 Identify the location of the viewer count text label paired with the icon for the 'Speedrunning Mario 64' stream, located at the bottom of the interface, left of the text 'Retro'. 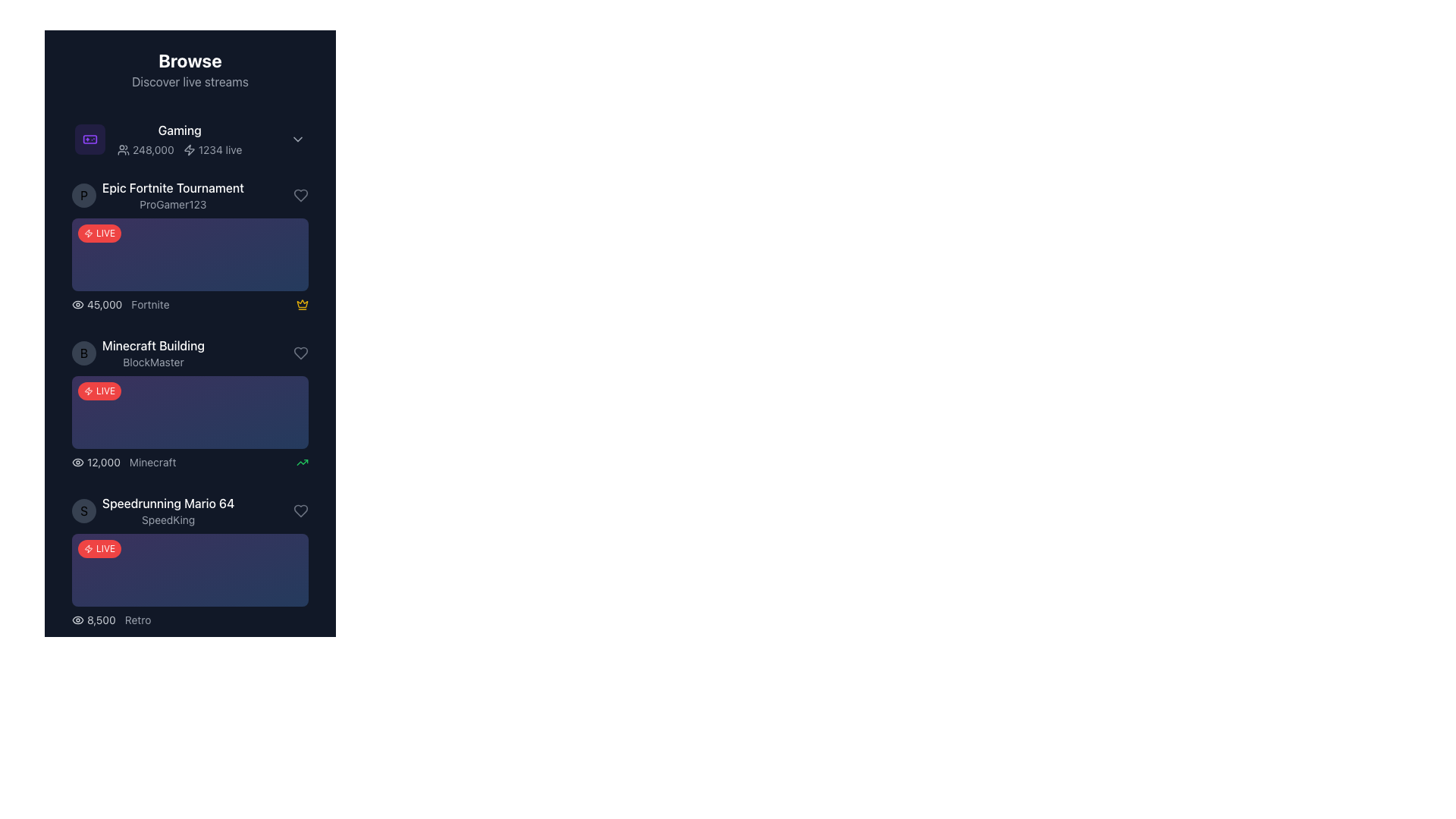
(93, 620).